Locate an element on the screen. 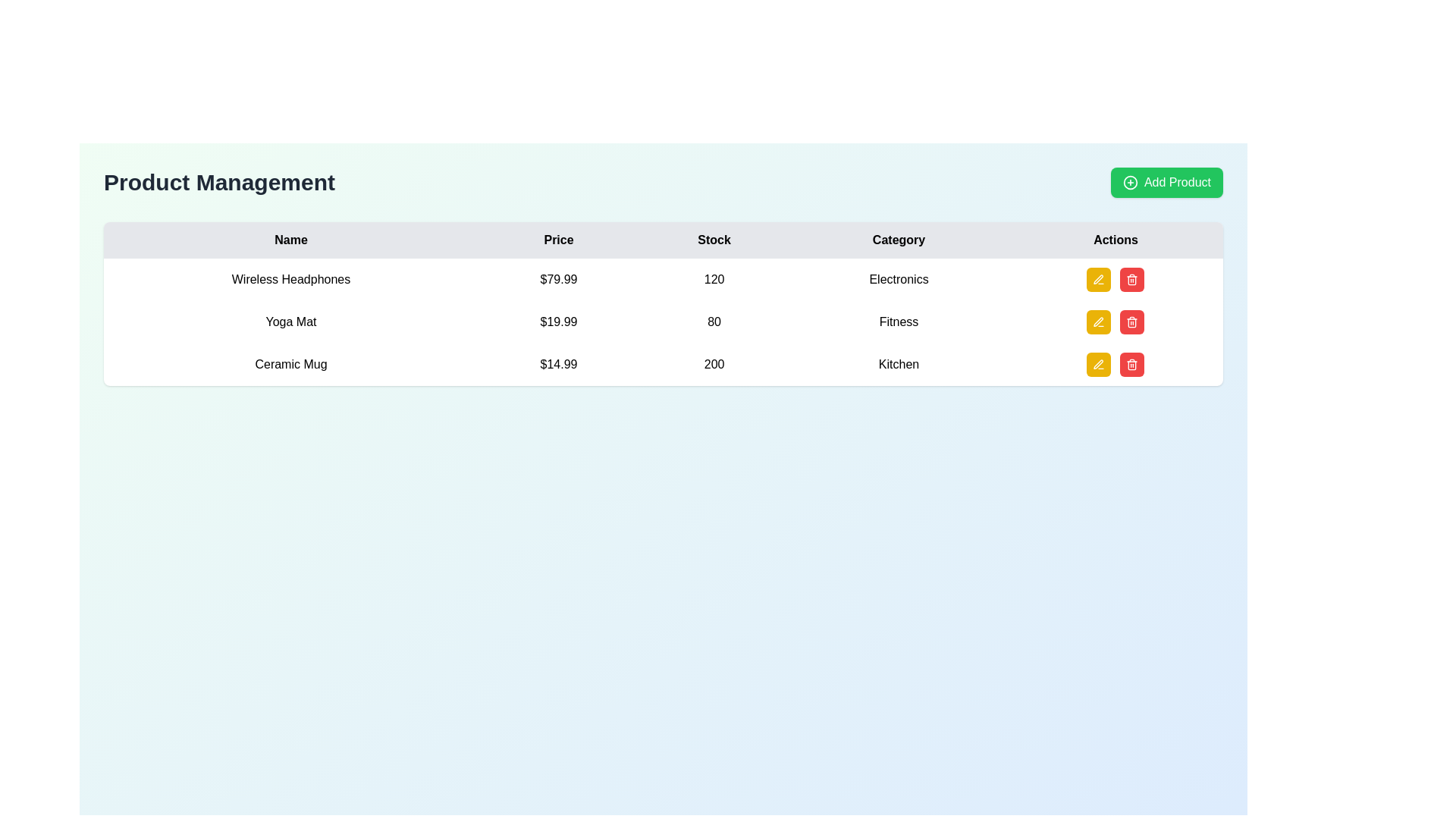 This screenshot has height=819, width=1456. and copy the text from the third cell of the table row for 'Wireless Headphones', which displays the stock count is located at coordinates (714, 280).